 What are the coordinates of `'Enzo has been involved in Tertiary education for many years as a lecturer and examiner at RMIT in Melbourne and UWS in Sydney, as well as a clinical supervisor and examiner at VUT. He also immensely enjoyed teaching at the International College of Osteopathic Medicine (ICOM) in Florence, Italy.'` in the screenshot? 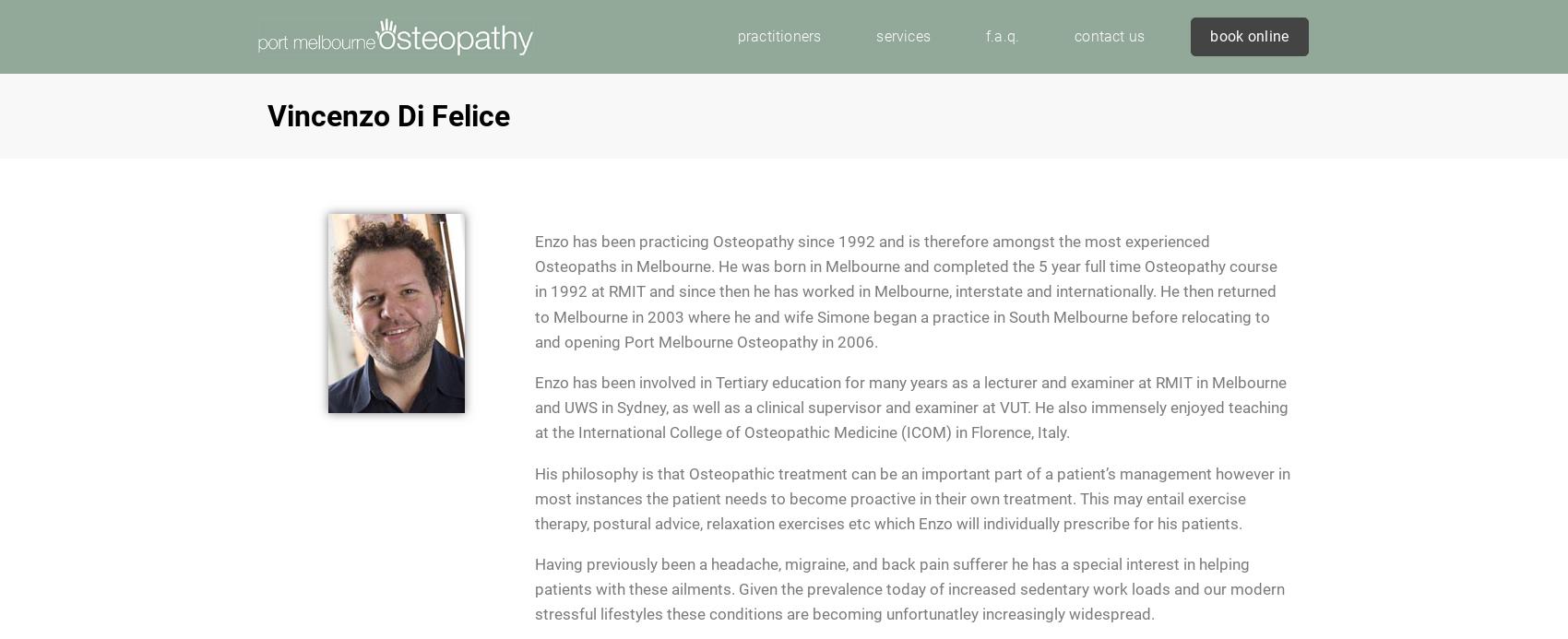 It's located at (910, 407).